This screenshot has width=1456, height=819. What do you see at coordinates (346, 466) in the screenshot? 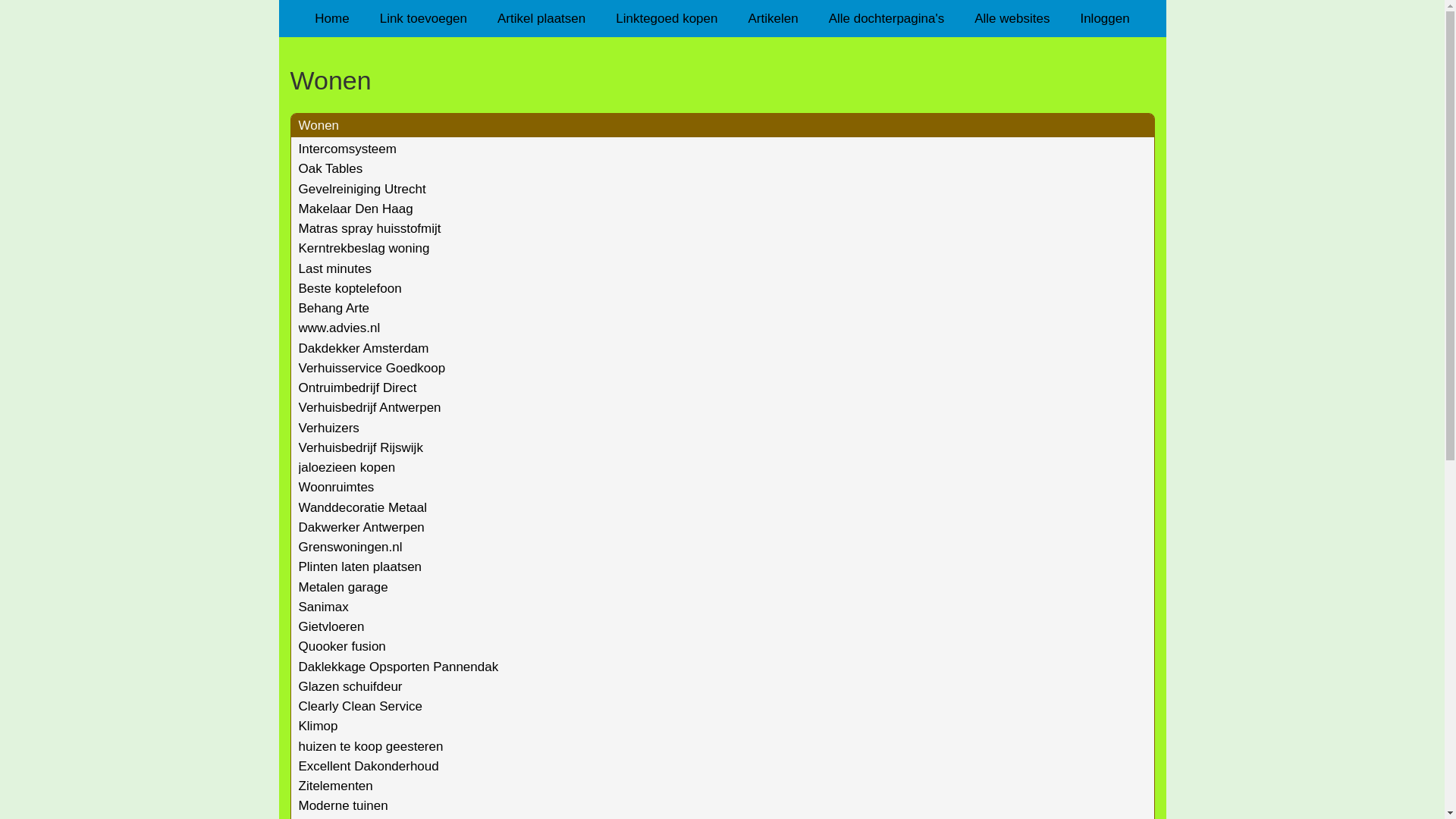
I see `'jaloezieen kopen'` at bounding box center [346, 466].